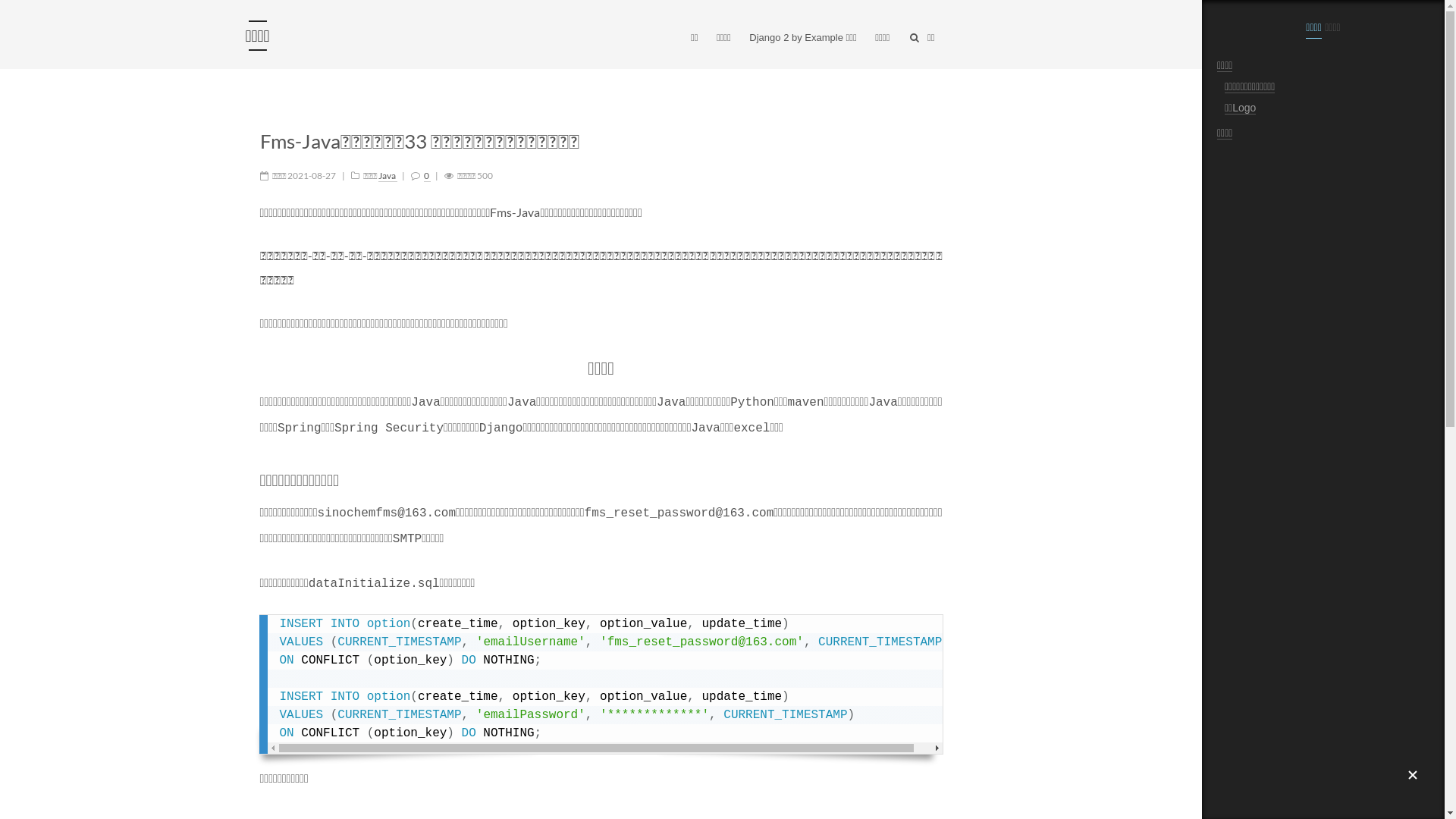 The height and width of the screenshot is (819, 1456). What do you see at coordinates (425, 174) in the screenshot?
I see `'0'` at bounding box center [425, 174].